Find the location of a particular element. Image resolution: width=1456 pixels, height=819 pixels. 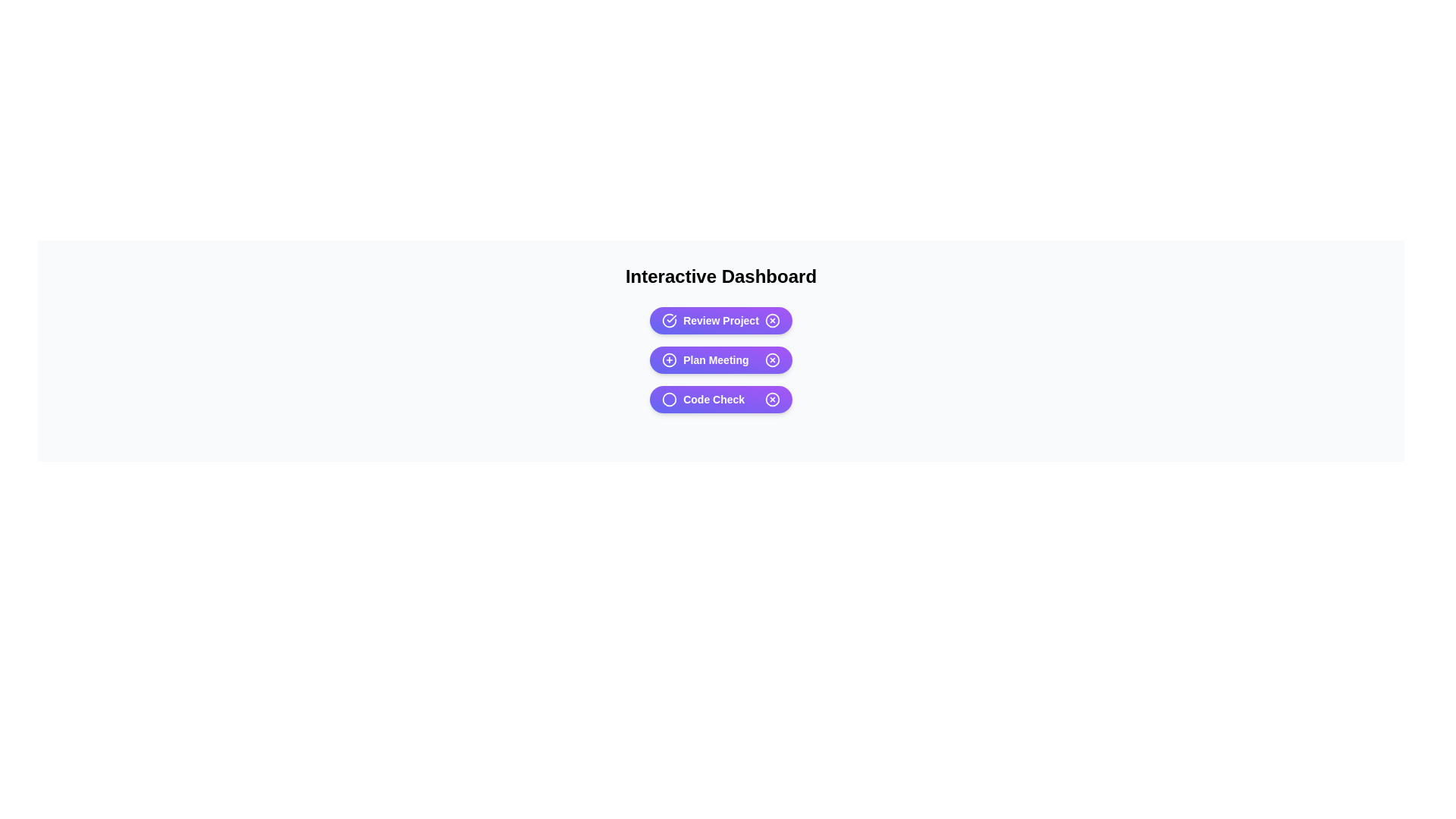

the close button of the chip labeled Review Project to remove it is located at coordinates (772, 320).